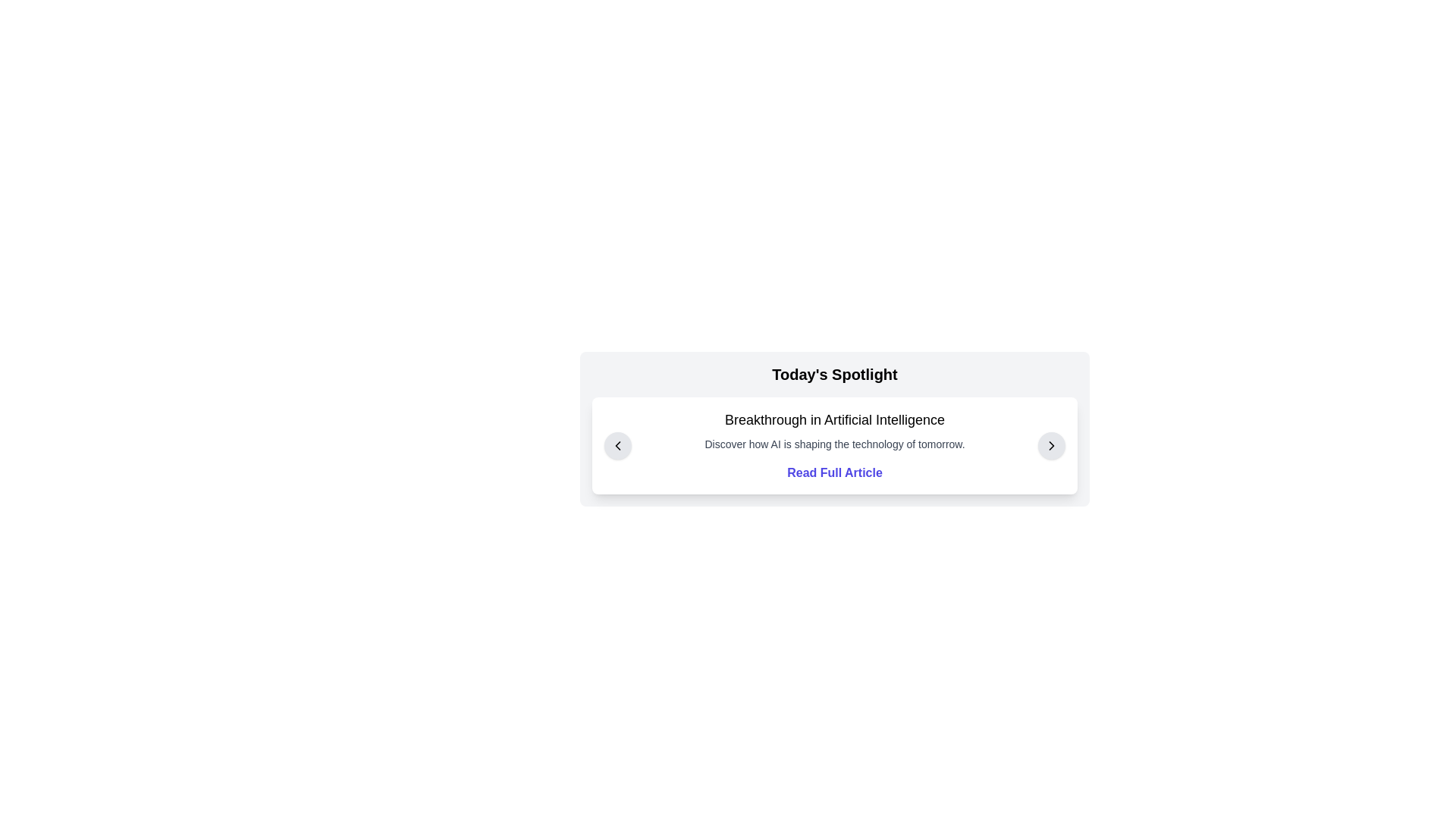  I want to click on the non-interactive informational text that provides a summary below the title 'Breakthrough in Artificial Intelligence', so click(833, 444).